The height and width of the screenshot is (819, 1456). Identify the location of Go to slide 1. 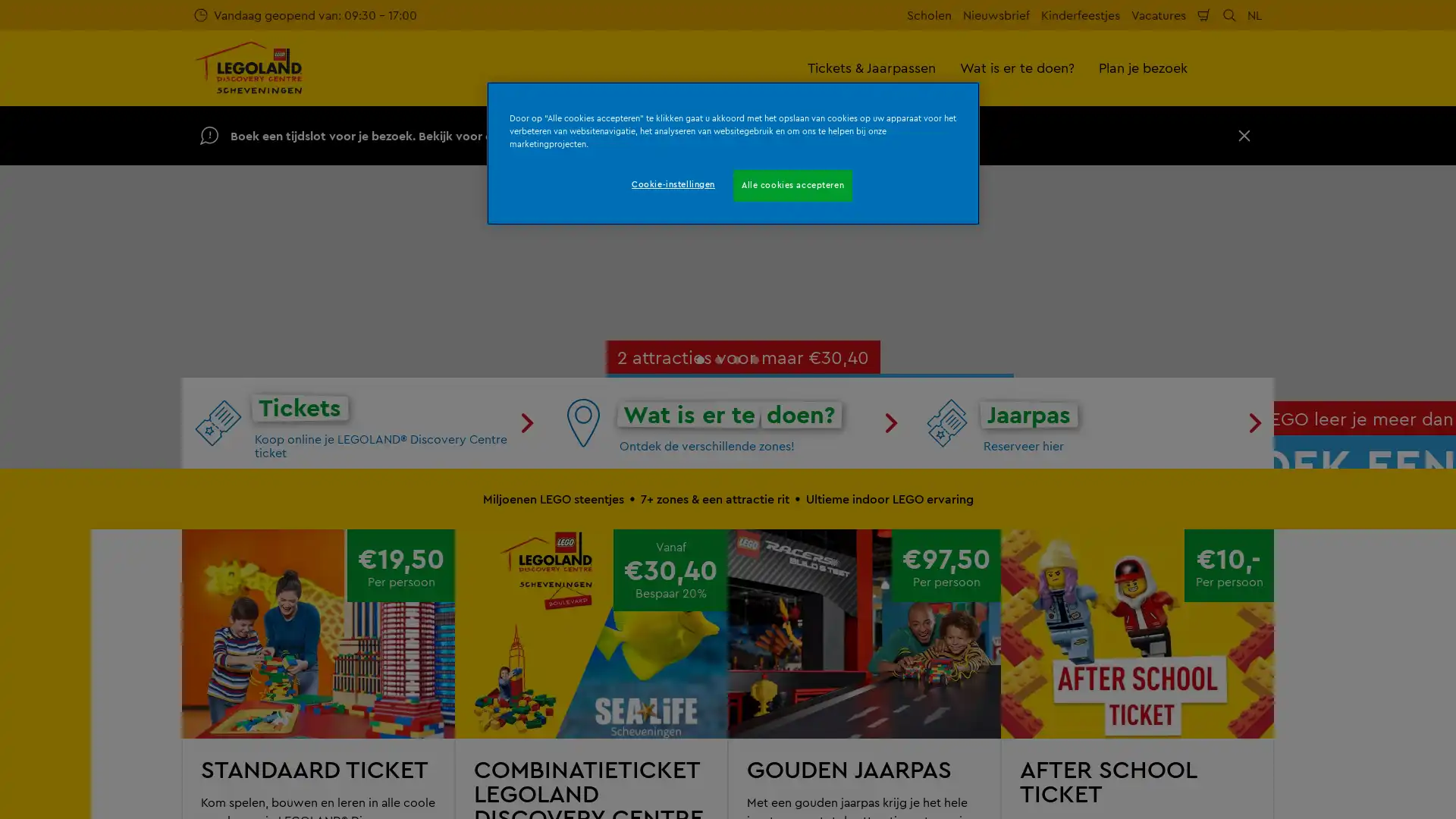
(699, 646).